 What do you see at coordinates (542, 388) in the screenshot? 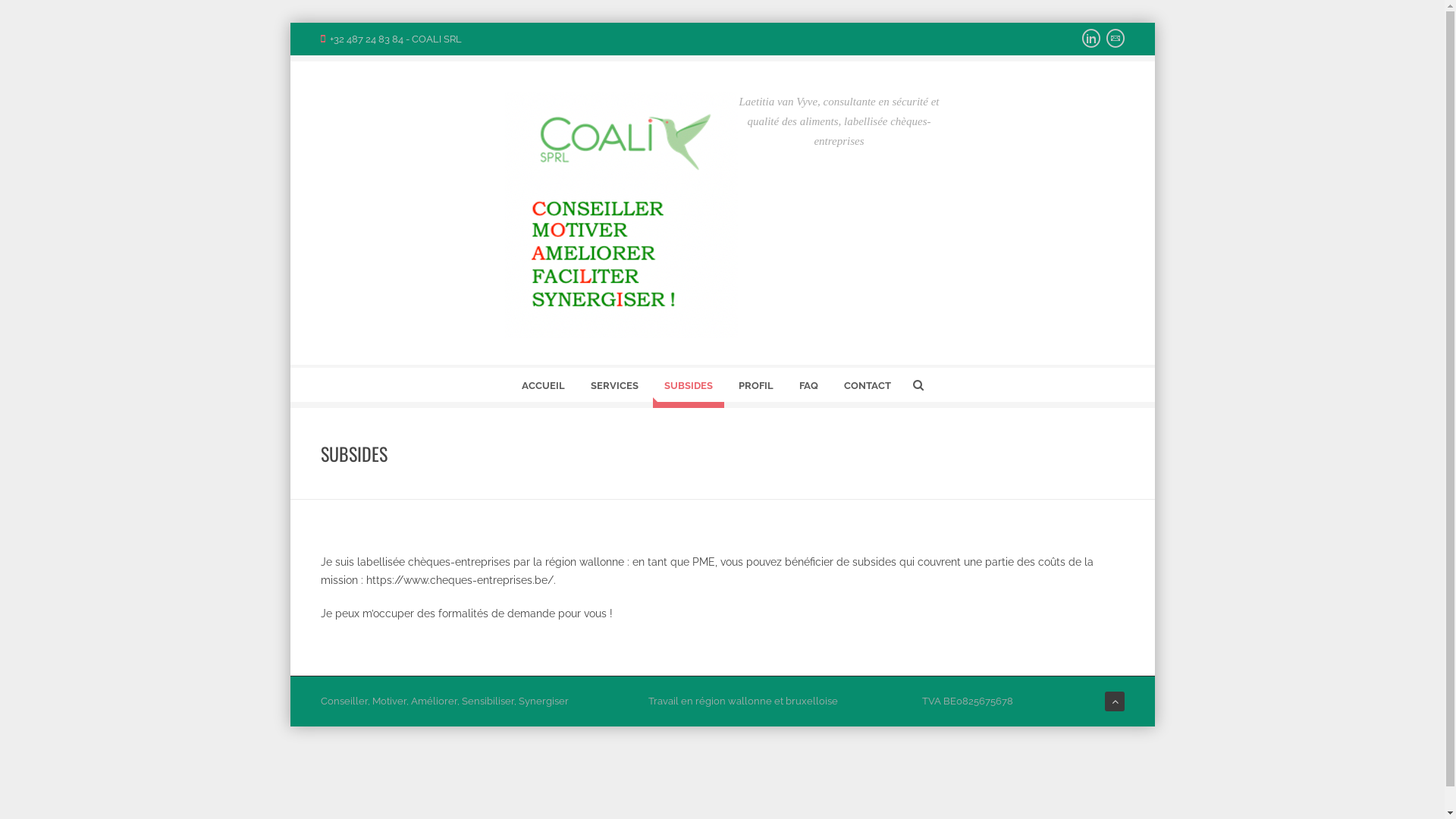
I see `'ACCUEIL'` at bounding box center [542, 388].